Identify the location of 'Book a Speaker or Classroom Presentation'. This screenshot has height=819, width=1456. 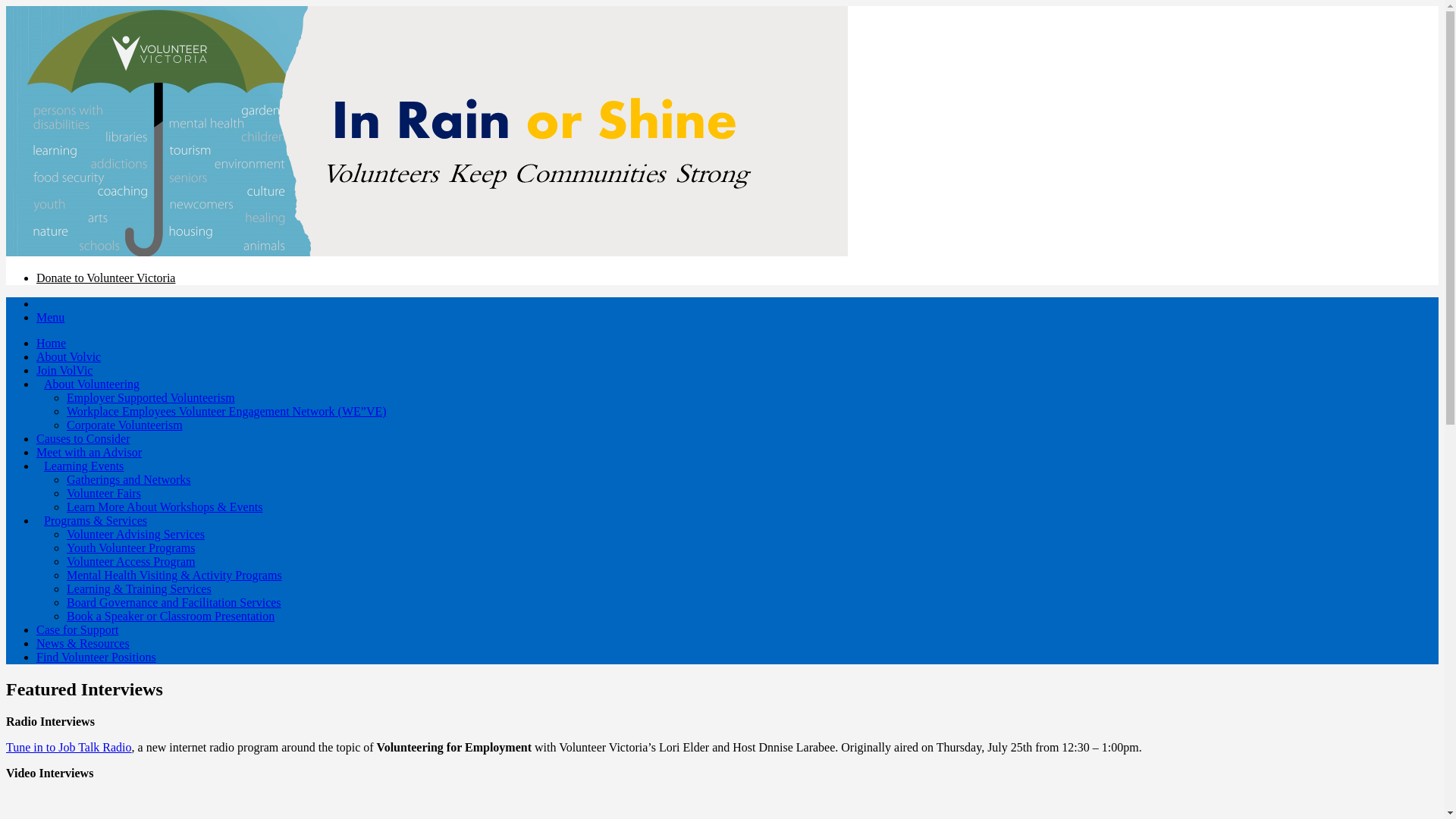
(171, 616).